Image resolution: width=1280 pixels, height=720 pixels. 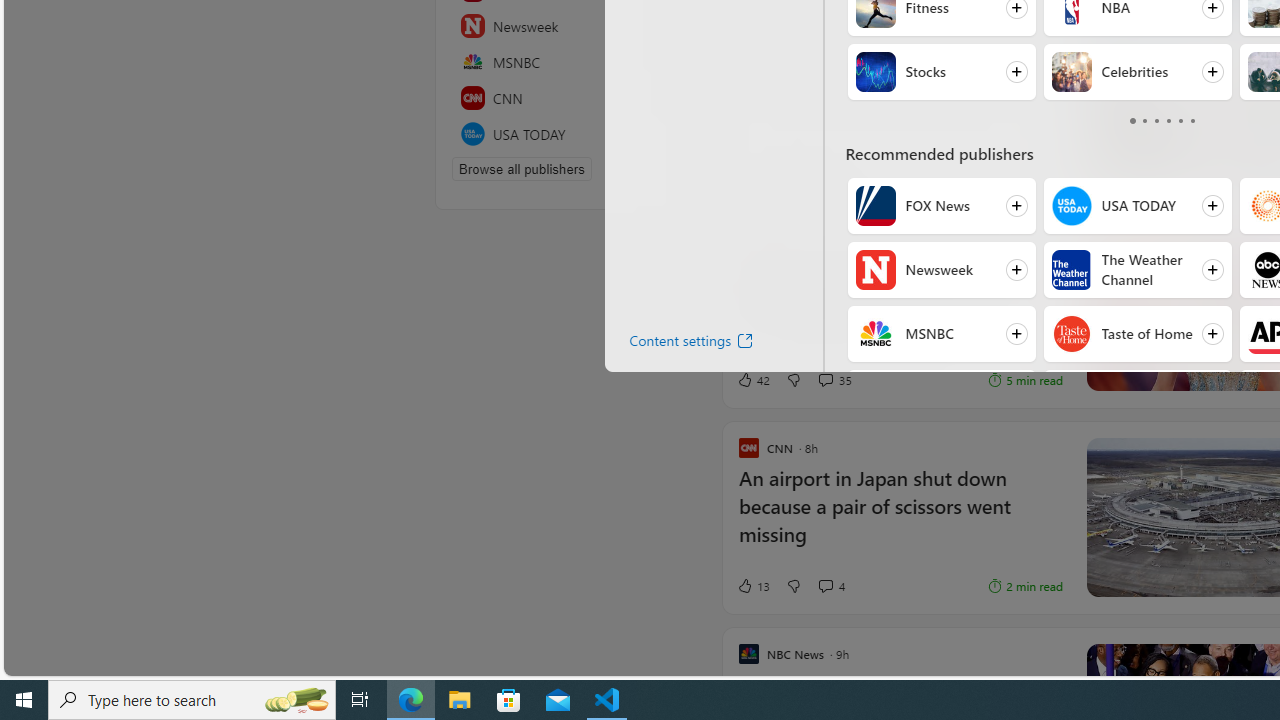 What do you see at coordinates (830, 585) in the screenshot?
I see `'View comments 4 Comment'` at bounding box center [830, 585].